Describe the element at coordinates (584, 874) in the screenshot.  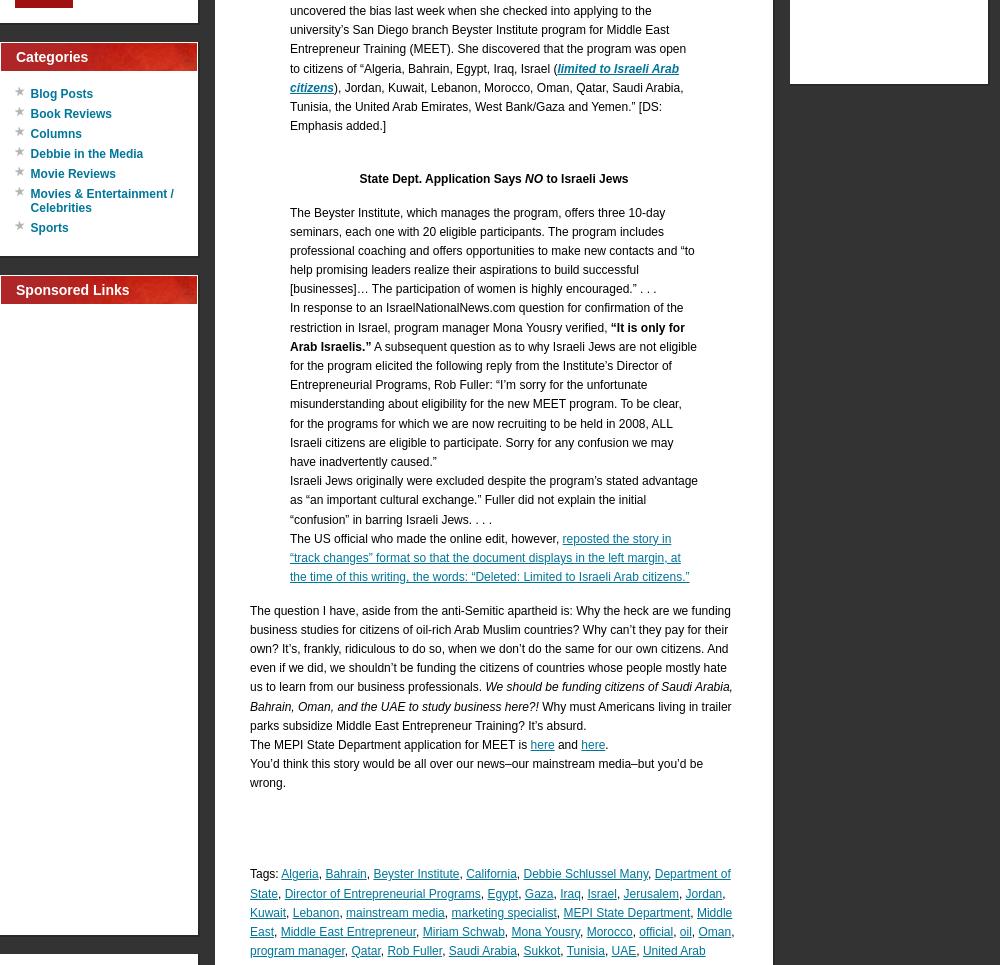
I see `'Debbie Schlussel Many'` at that location.